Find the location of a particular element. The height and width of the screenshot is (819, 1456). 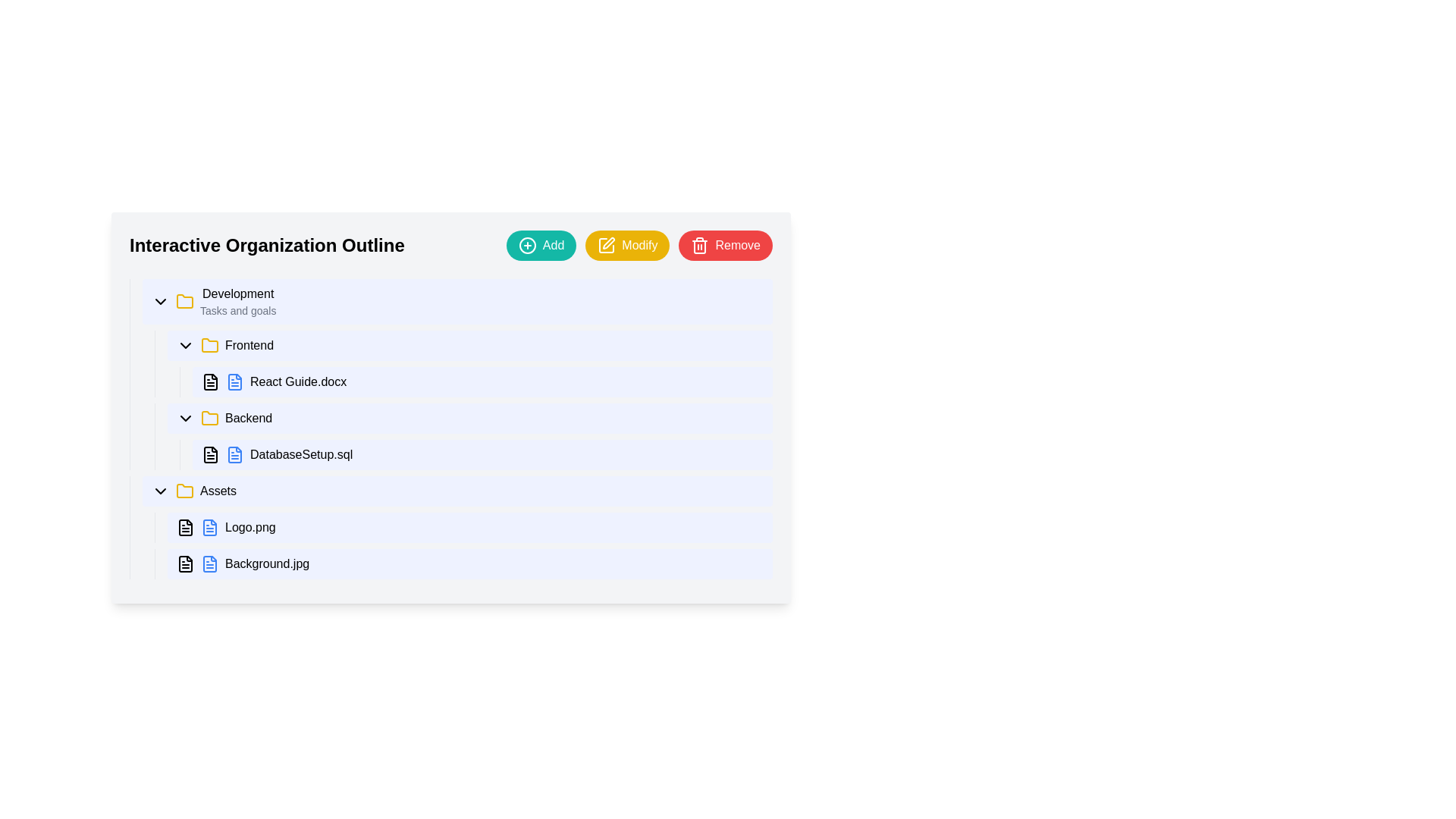

the 'Development' text label that displays 'Development' in bold and 'Tasks and goals' below it, located beneath the yellow folder icon labeled 'Development' is located at coordinates (237, 301).